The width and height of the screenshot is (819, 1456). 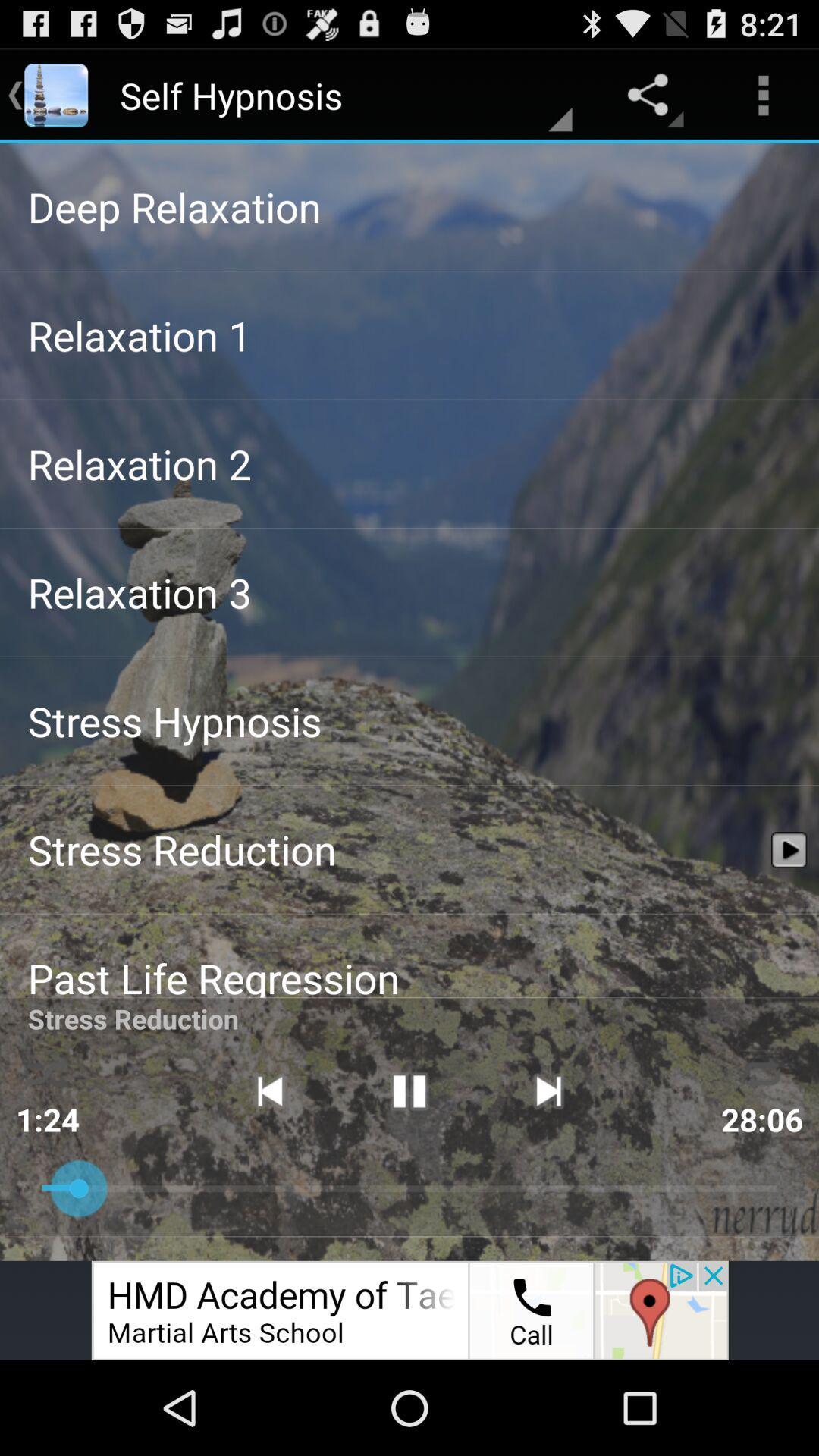 What do you see at coordinates (548, 1166) in the screenshot?
I see `the skip_next icon` at bounding box center [548, 1166].